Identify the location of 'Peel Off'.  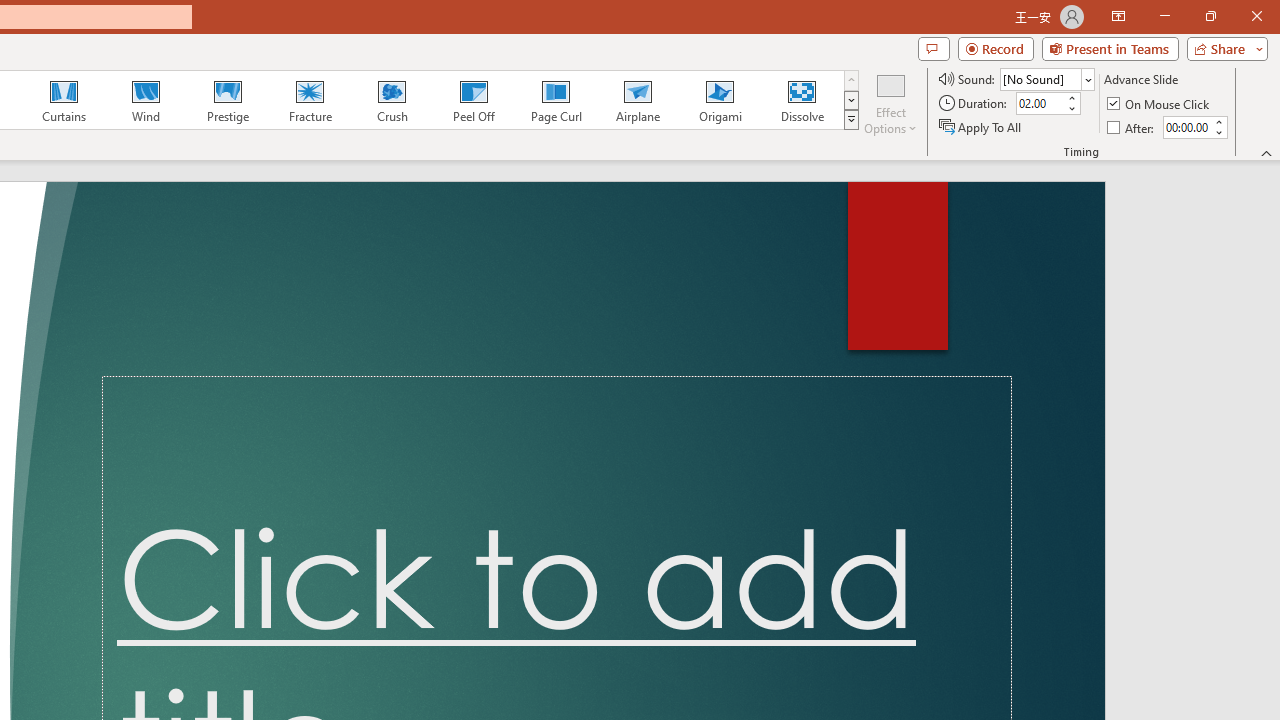
(472, 100).